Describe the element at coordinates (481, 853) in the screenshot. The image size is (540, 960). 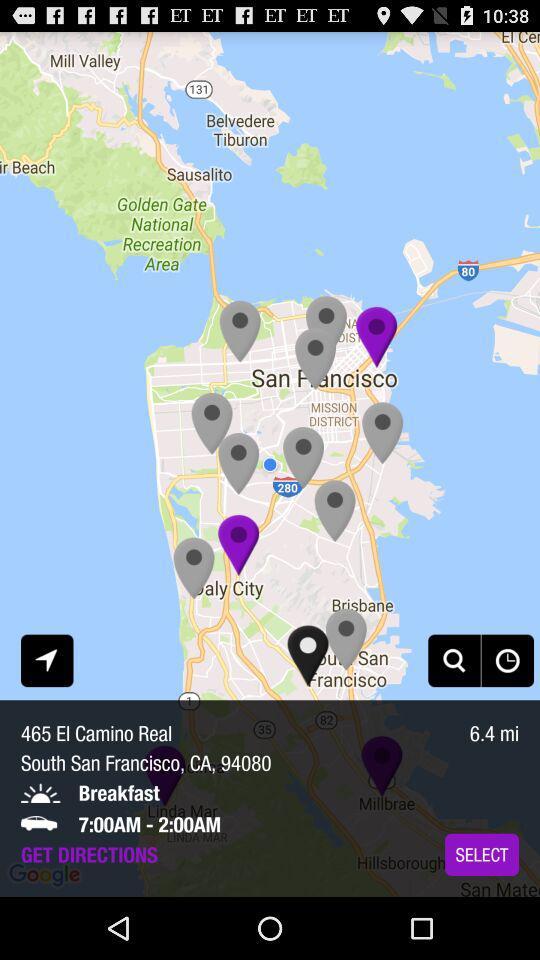
I see `the app below the 6.4 mi` at that location.